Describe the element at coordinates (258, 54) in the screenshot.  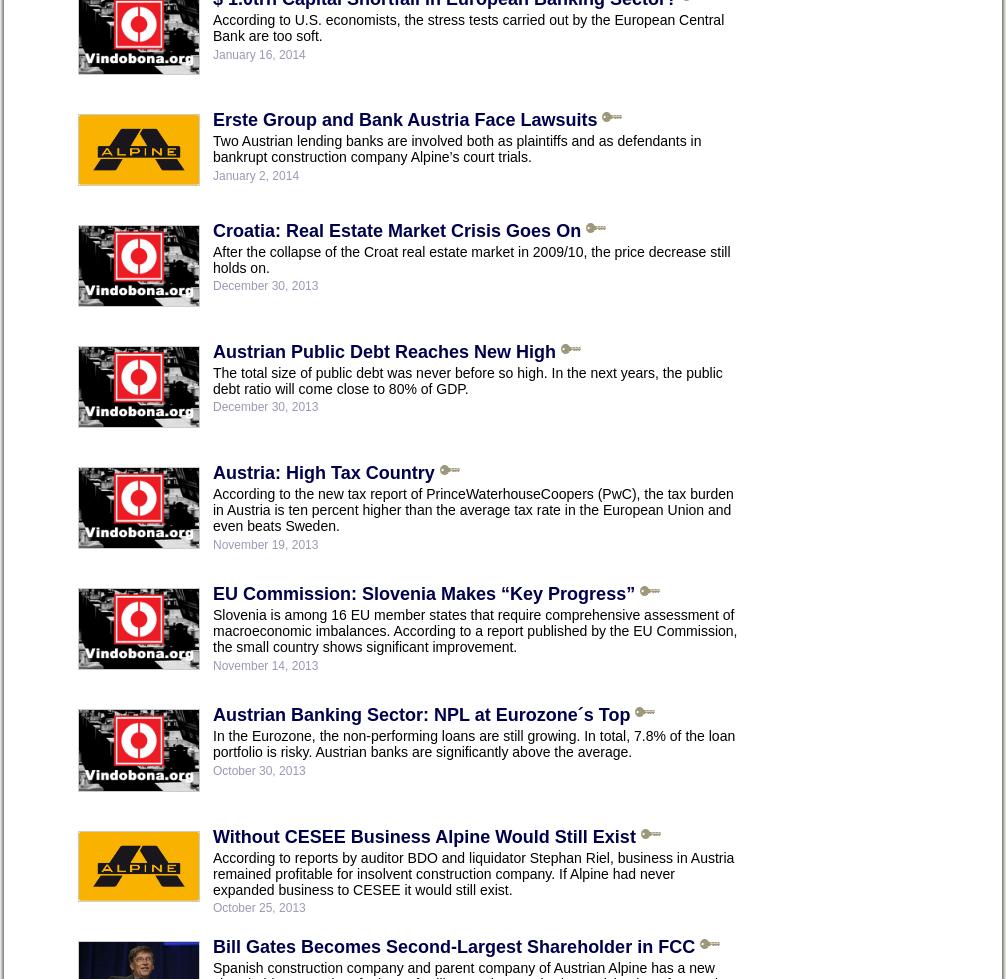
I see `'January 16, 2014'` at that location.